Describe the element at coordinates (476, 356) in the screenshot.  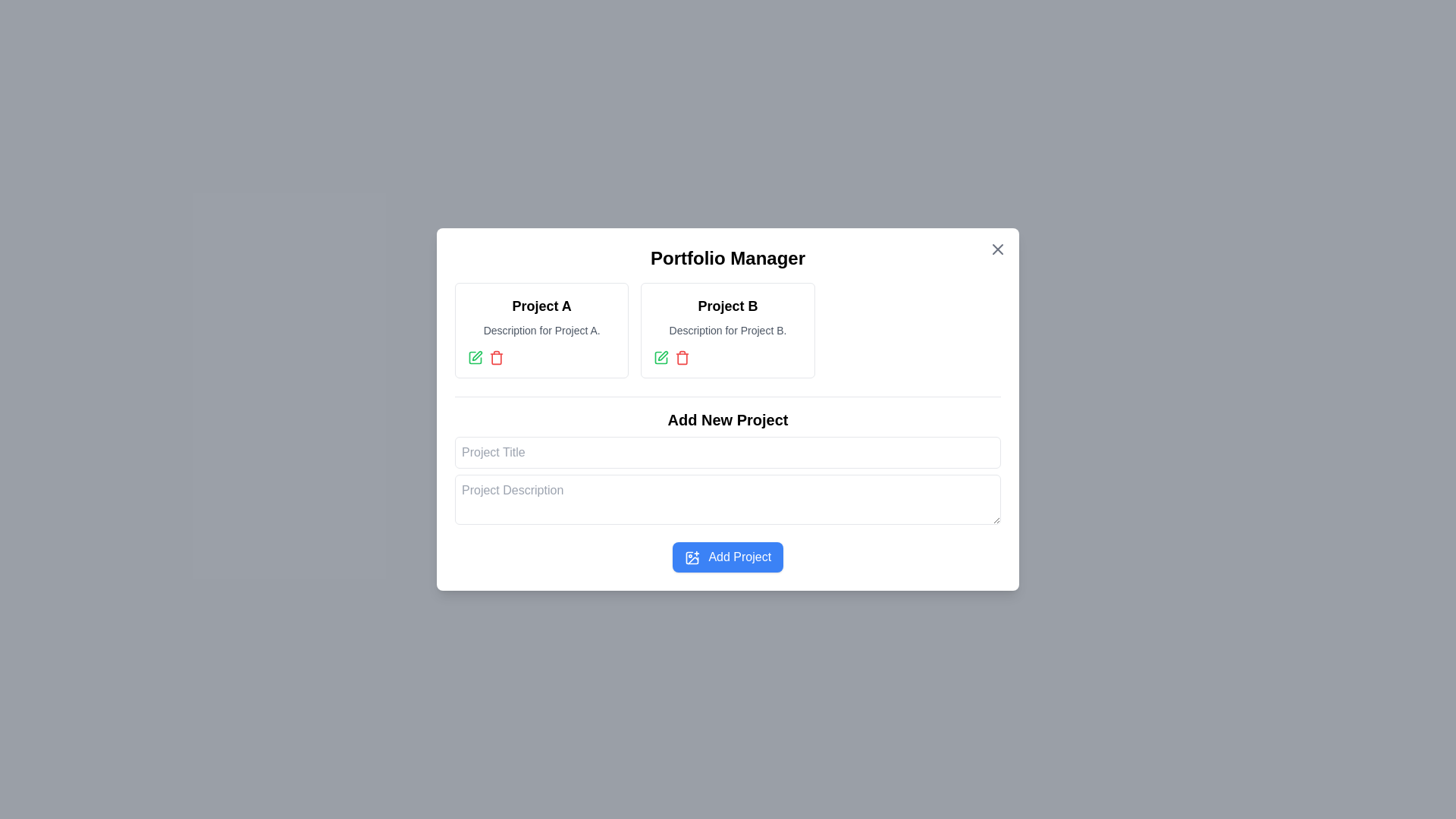
I see `keyboard navigation` at that location.